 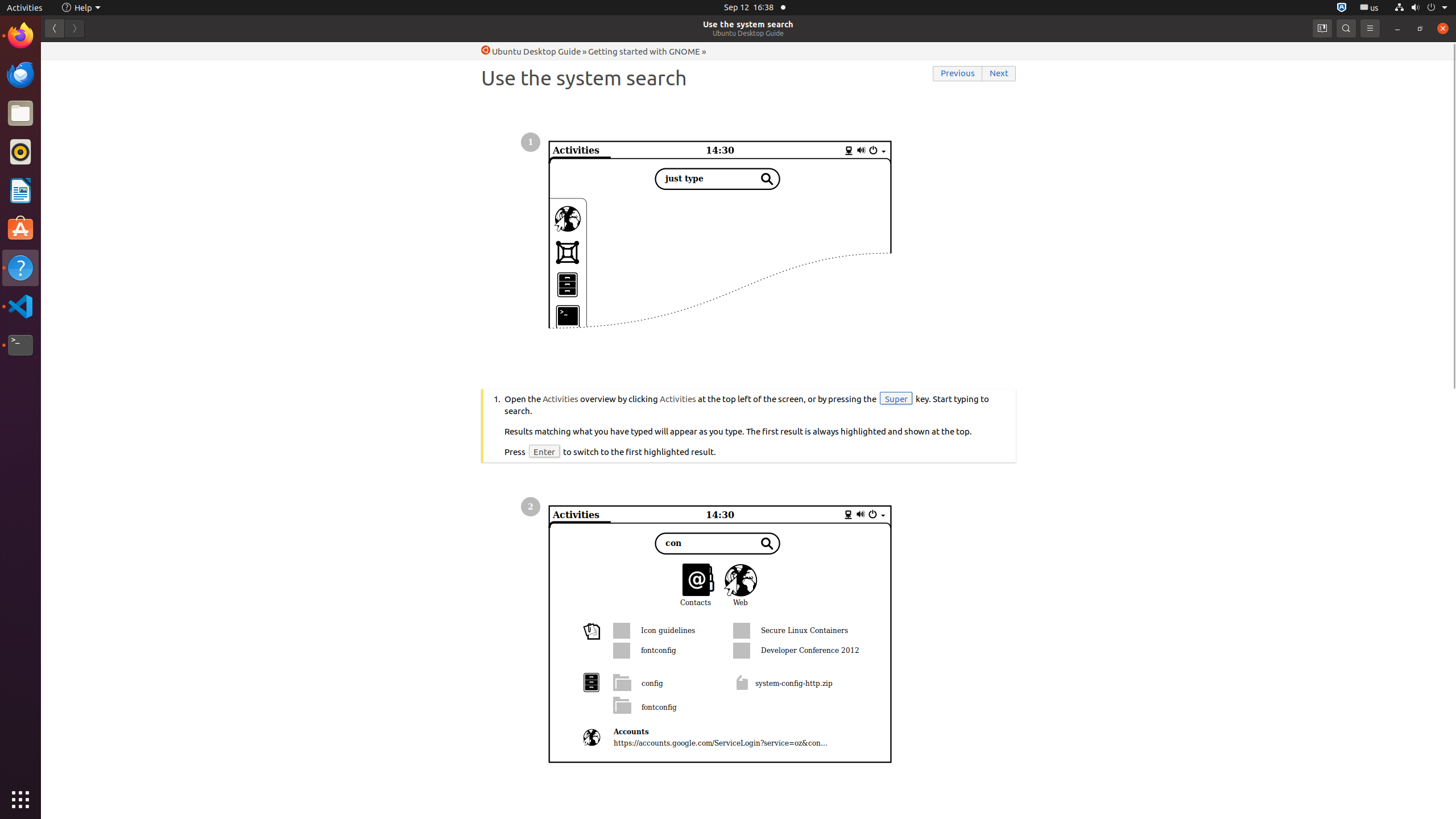 What do you see at coordinates (957, 73) in the screenshot?
I see `'Previous'` at bounding box center [957, 73].